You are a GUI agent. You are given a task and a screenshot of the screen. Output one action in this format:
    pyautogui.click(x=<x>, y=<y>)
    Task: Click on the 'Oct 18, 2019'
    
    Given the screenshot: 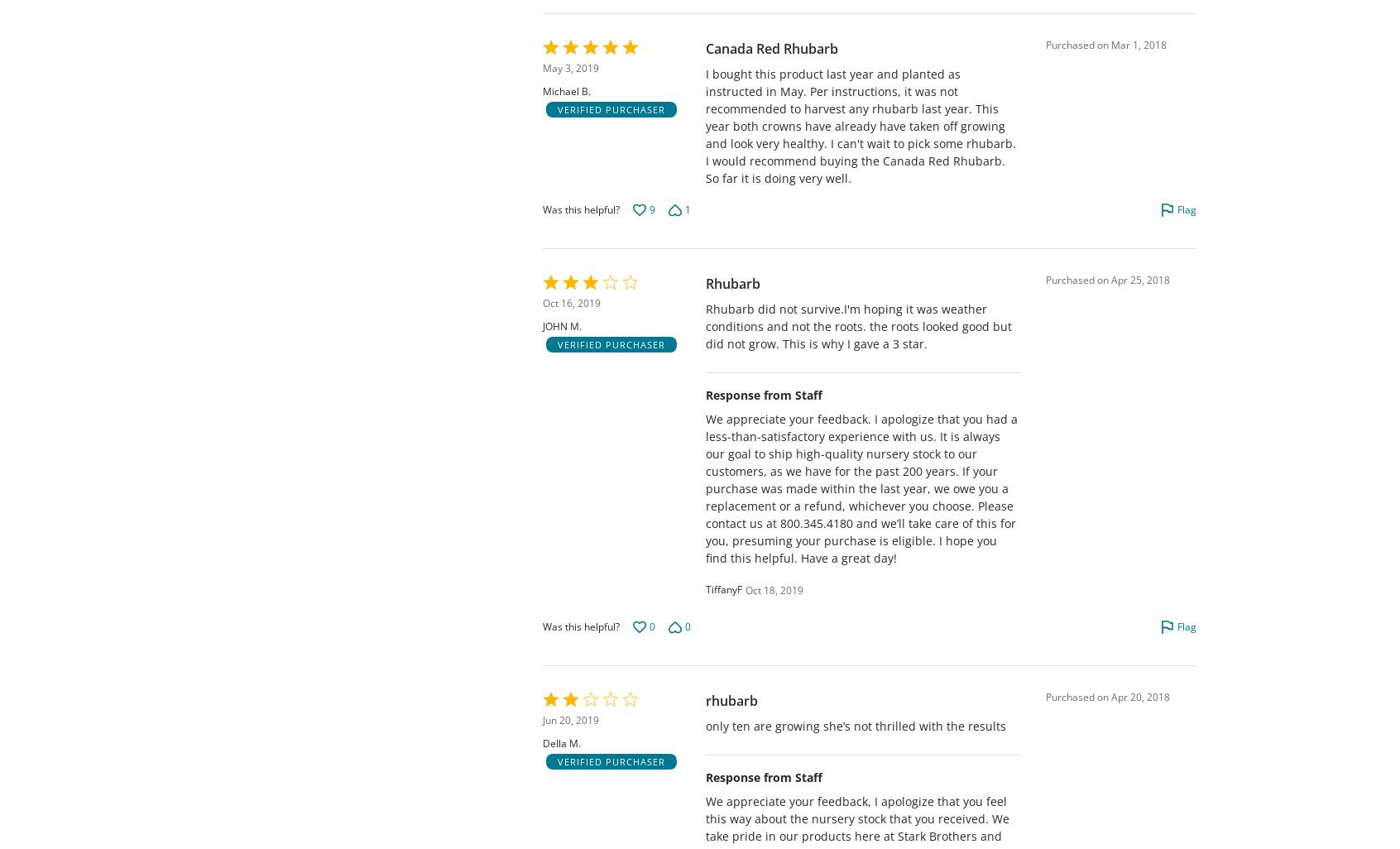 What is the action you would take?
    pyautogui.click(x=774, y=588)
    